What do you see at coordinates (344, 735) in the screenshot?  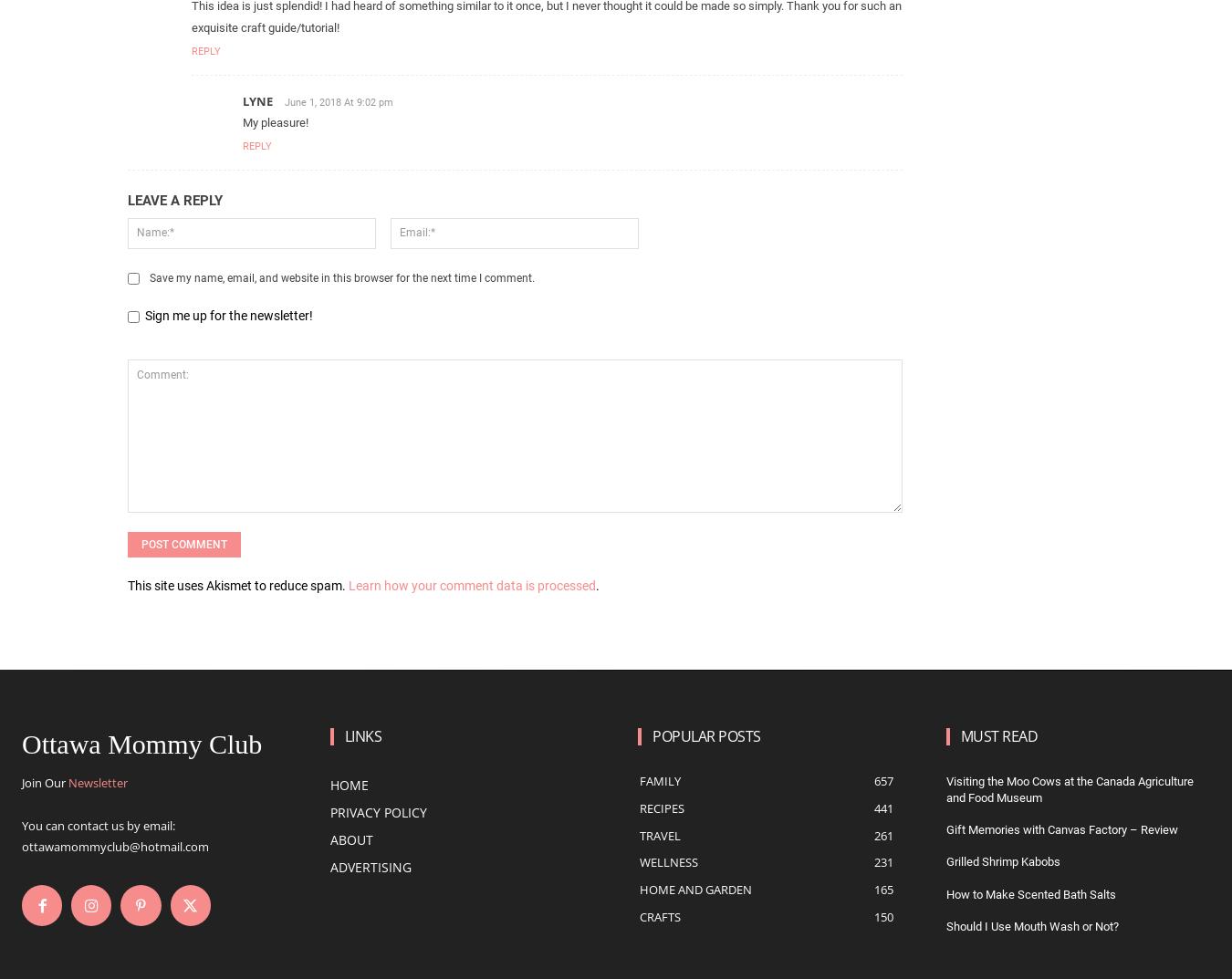 I see `'Links'` at bounding box center [344, 735].